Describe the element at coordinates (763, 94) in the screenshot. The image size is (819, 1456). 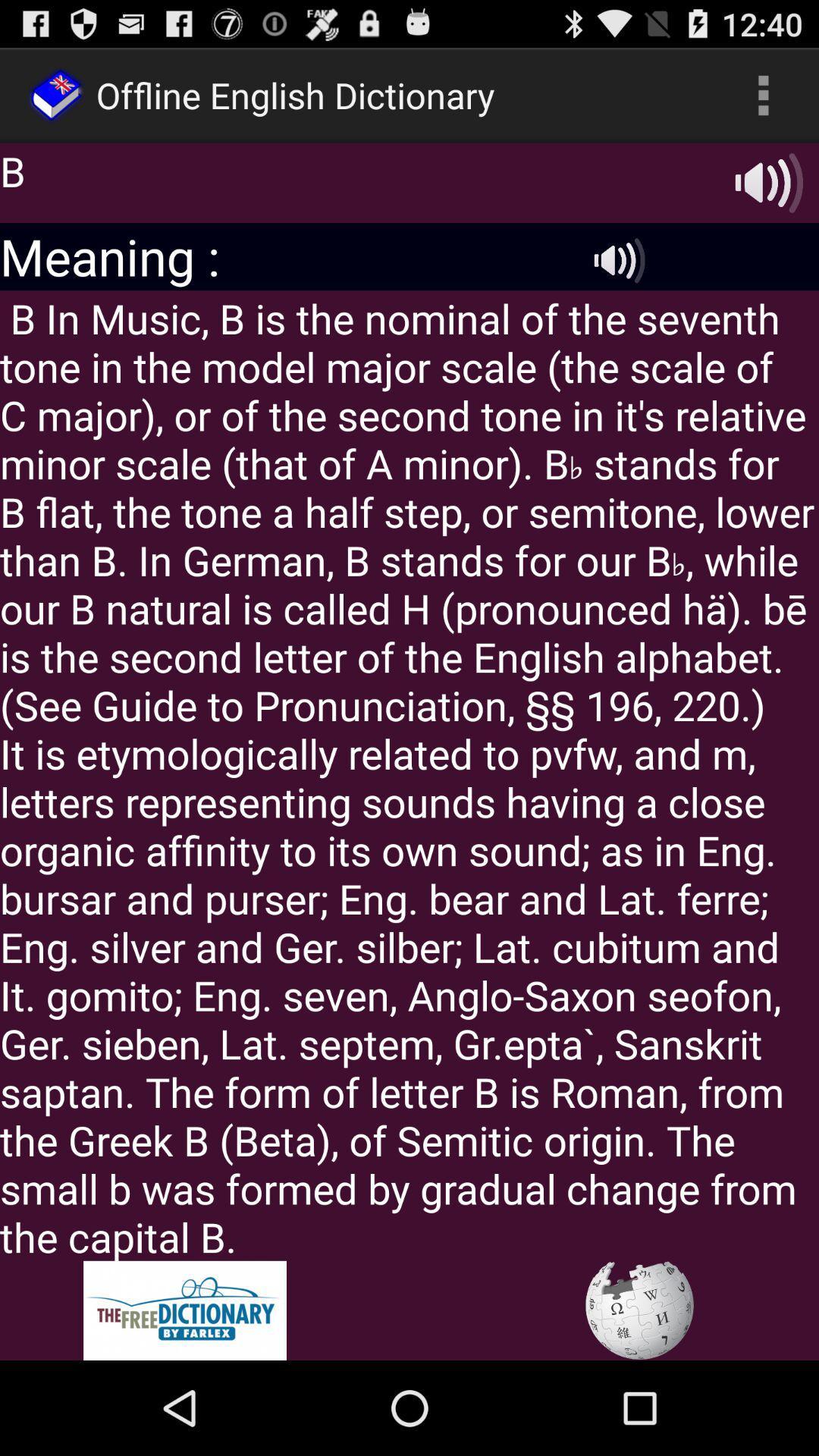
I see `the item next to offline english dictionary` at that location.